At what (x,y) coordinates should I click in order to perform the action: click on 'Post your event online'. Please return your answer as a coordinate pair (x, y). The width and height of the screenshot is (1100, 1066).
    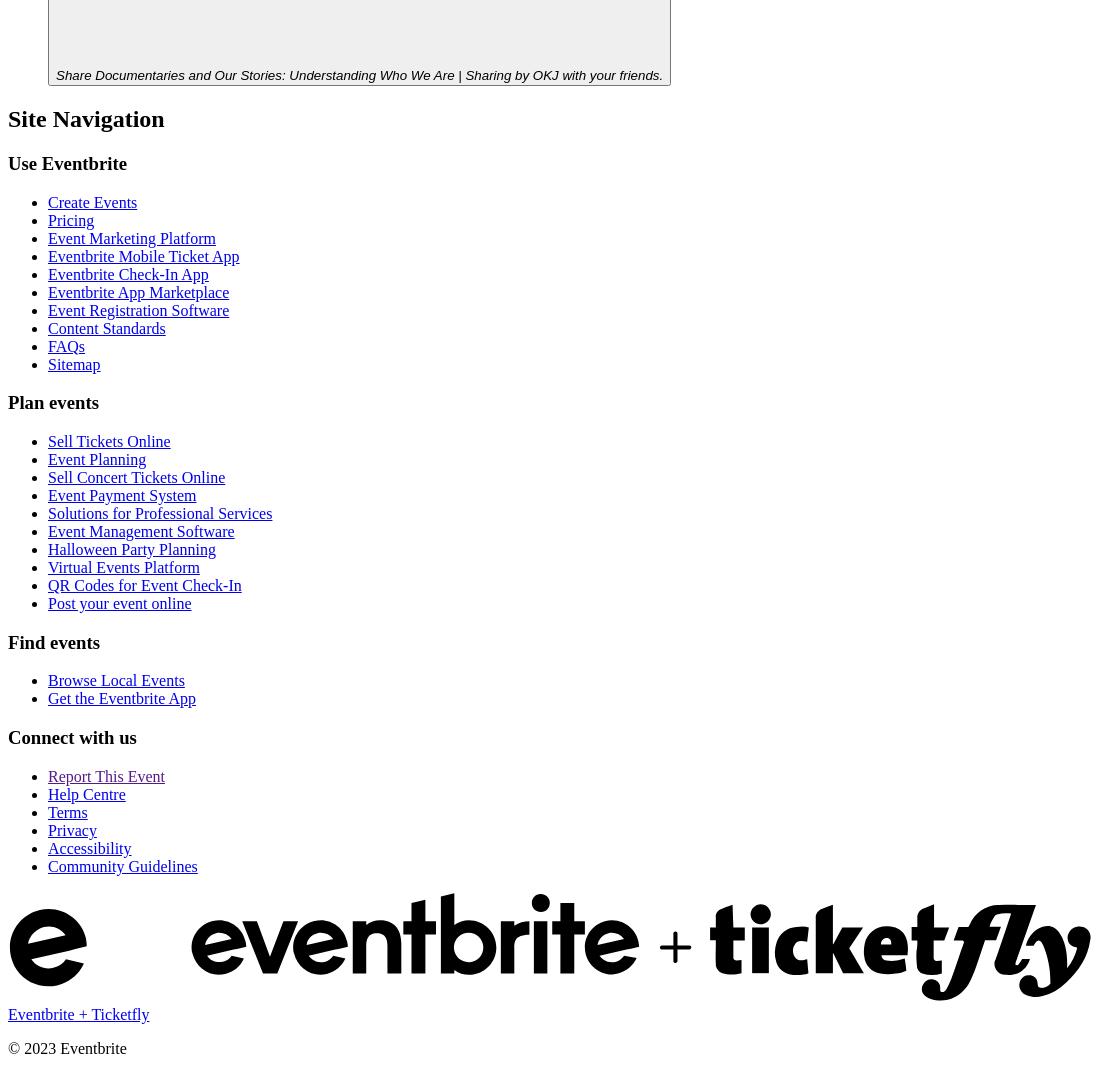
    Looking at the image, I should click on (119, 601).